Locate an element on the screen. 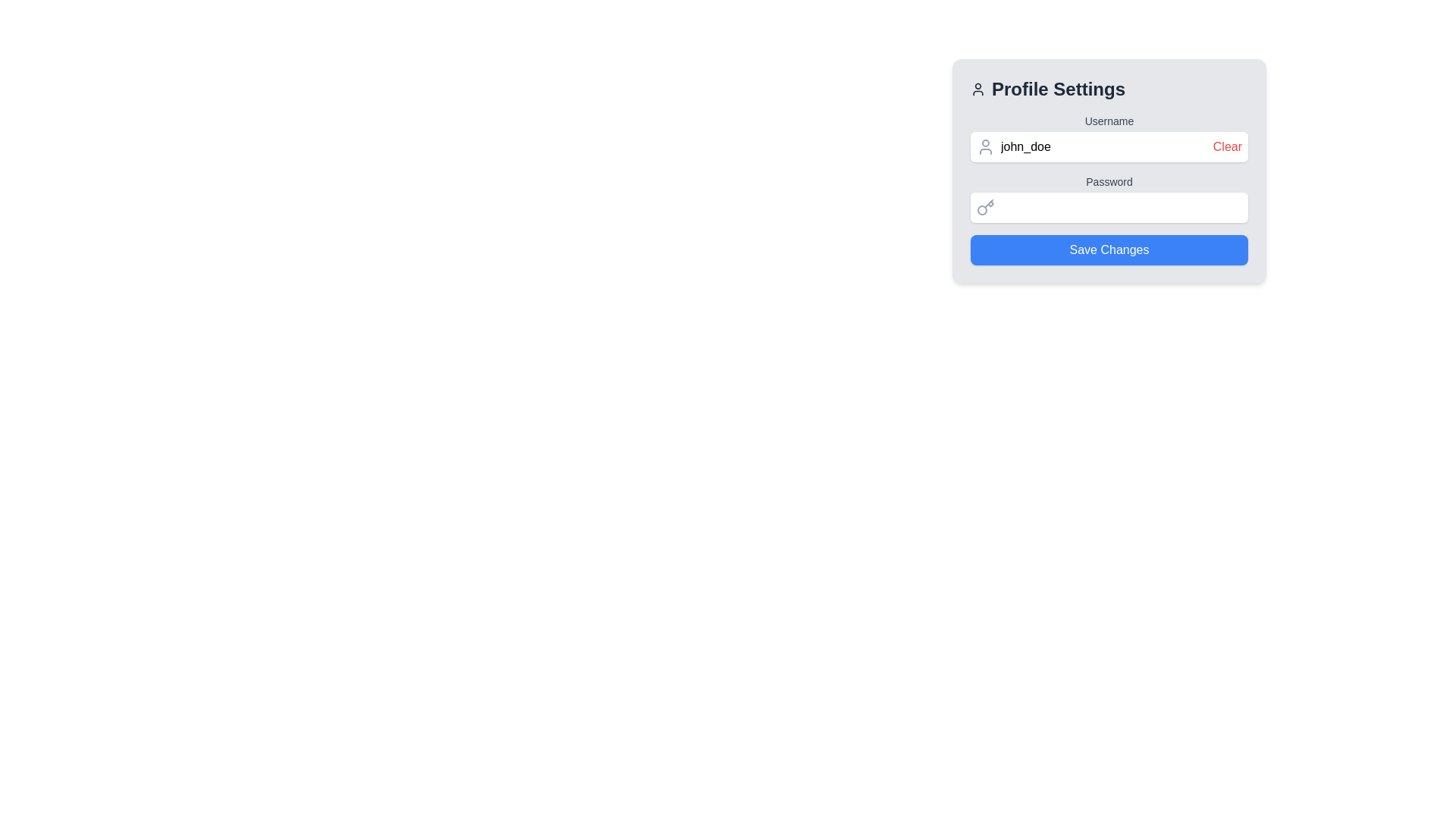 Image resolution: width=1456 pixels, height=819 pixels. the user profile icon, which is a gray vector graphic located to the left of the username text input field displaying 'john_doe' is located at coordinates (986, 146).